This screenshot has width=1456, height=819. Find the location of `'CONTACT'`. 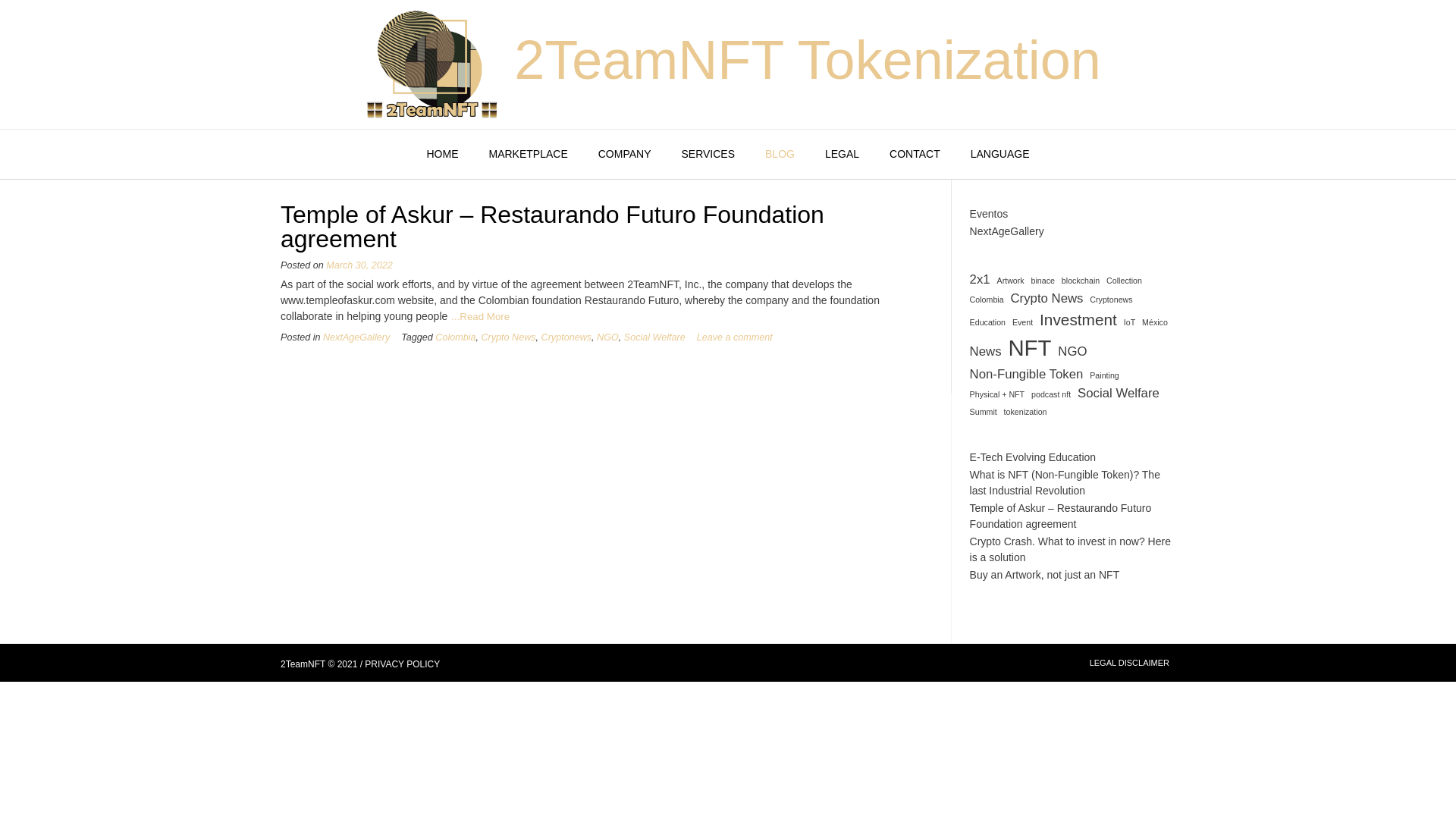

'CONTACT' is located at coordinates (914, 155).